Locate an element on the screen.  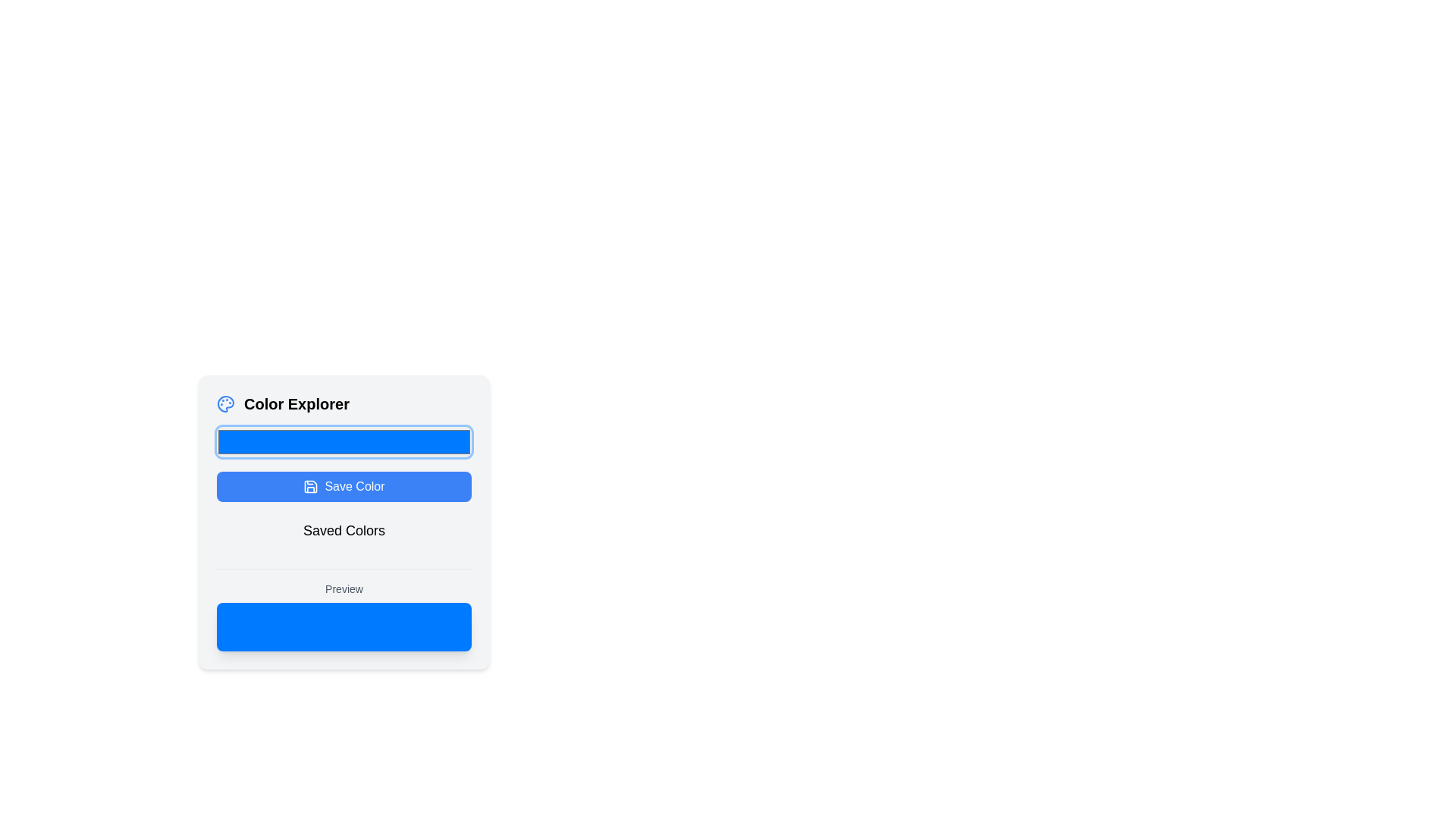
the 'Color Explorer' text label element, which is prominently displayed in bold font above a rectangular input field is located at coordinates (297, 403).